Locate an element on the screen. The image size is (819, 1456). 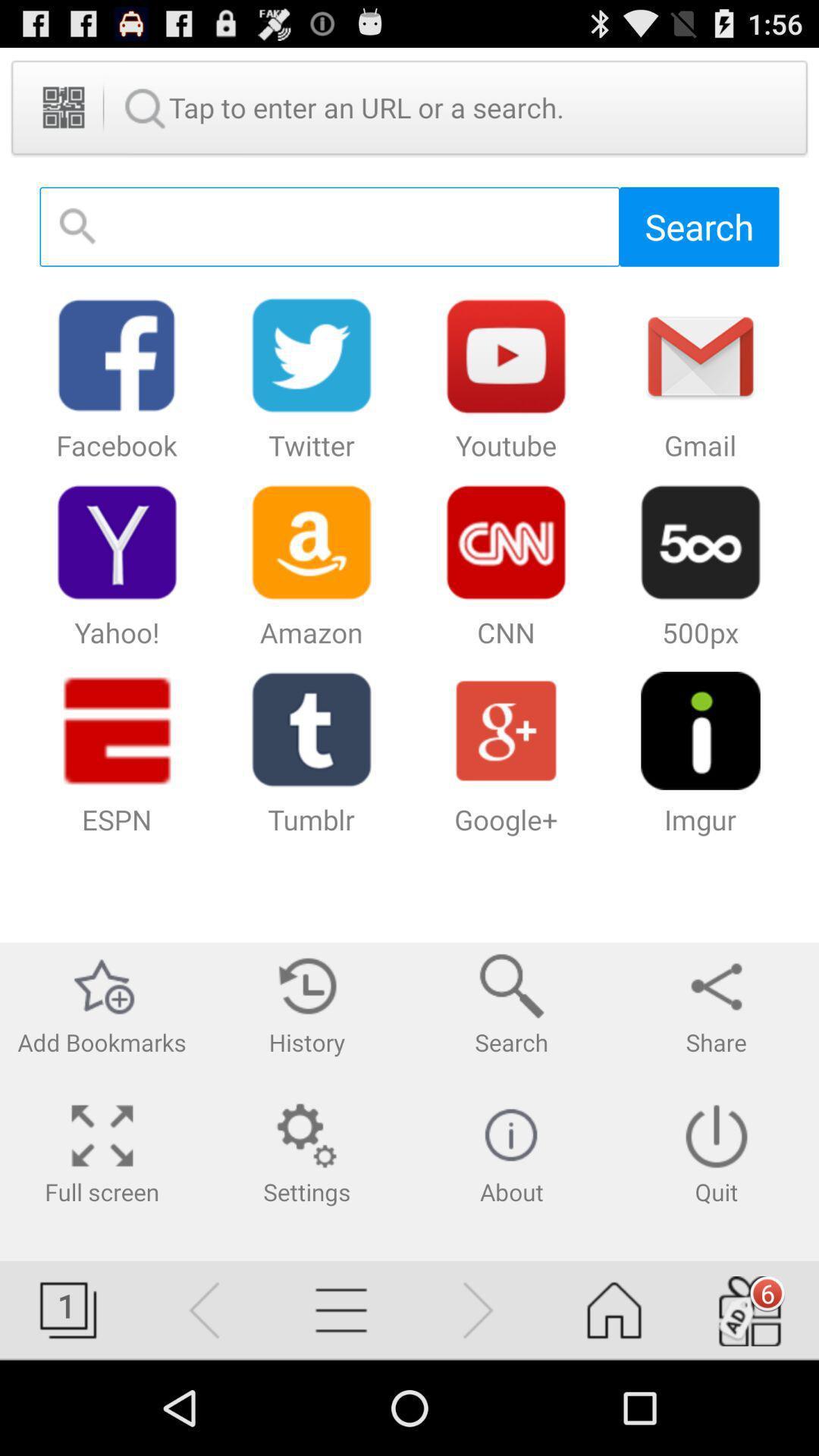
the arrow_forward icon is located at coordinates (476, 1401).